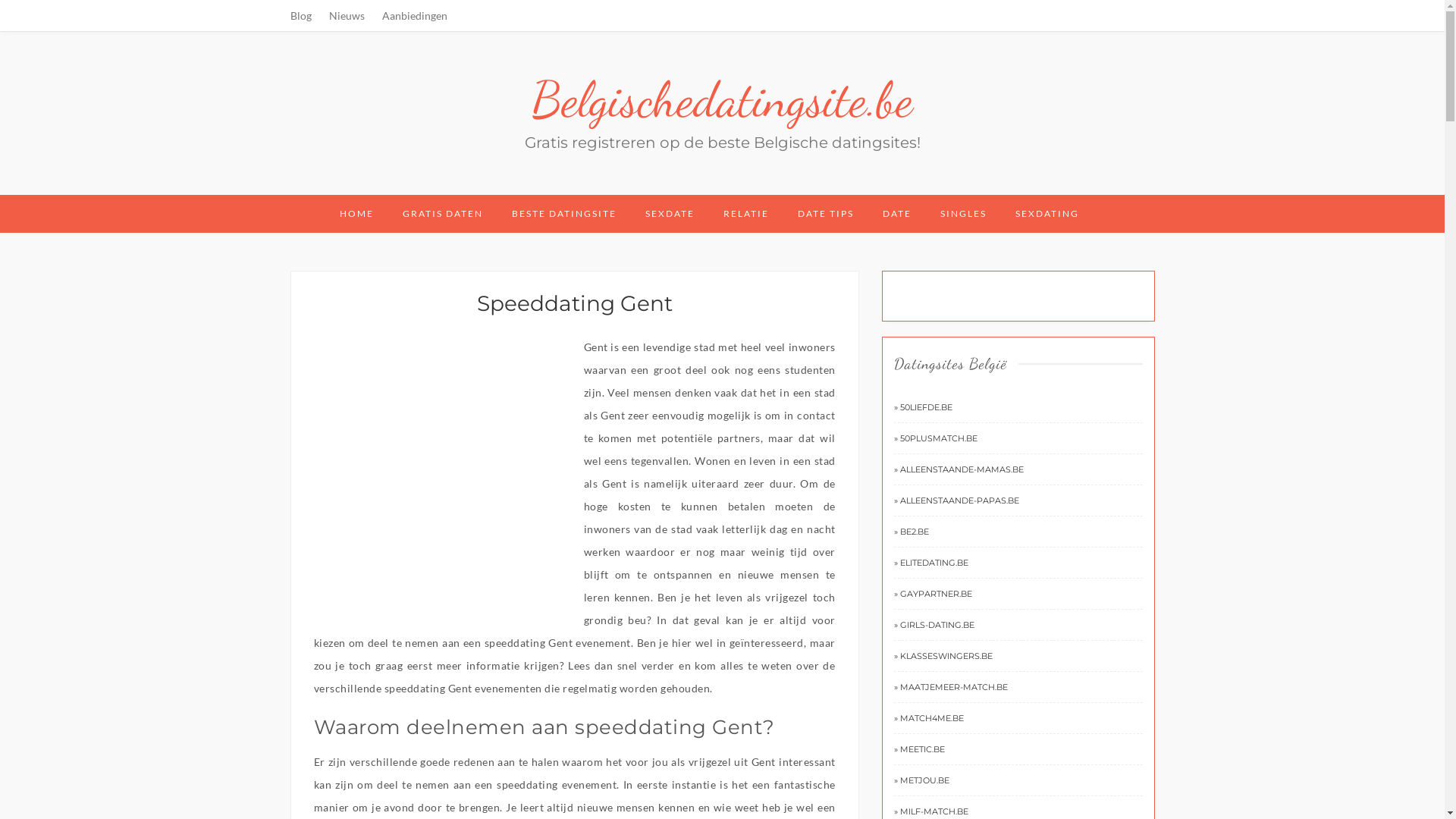  I want to click on 'GRATIS DATEN', so click(441, 213).